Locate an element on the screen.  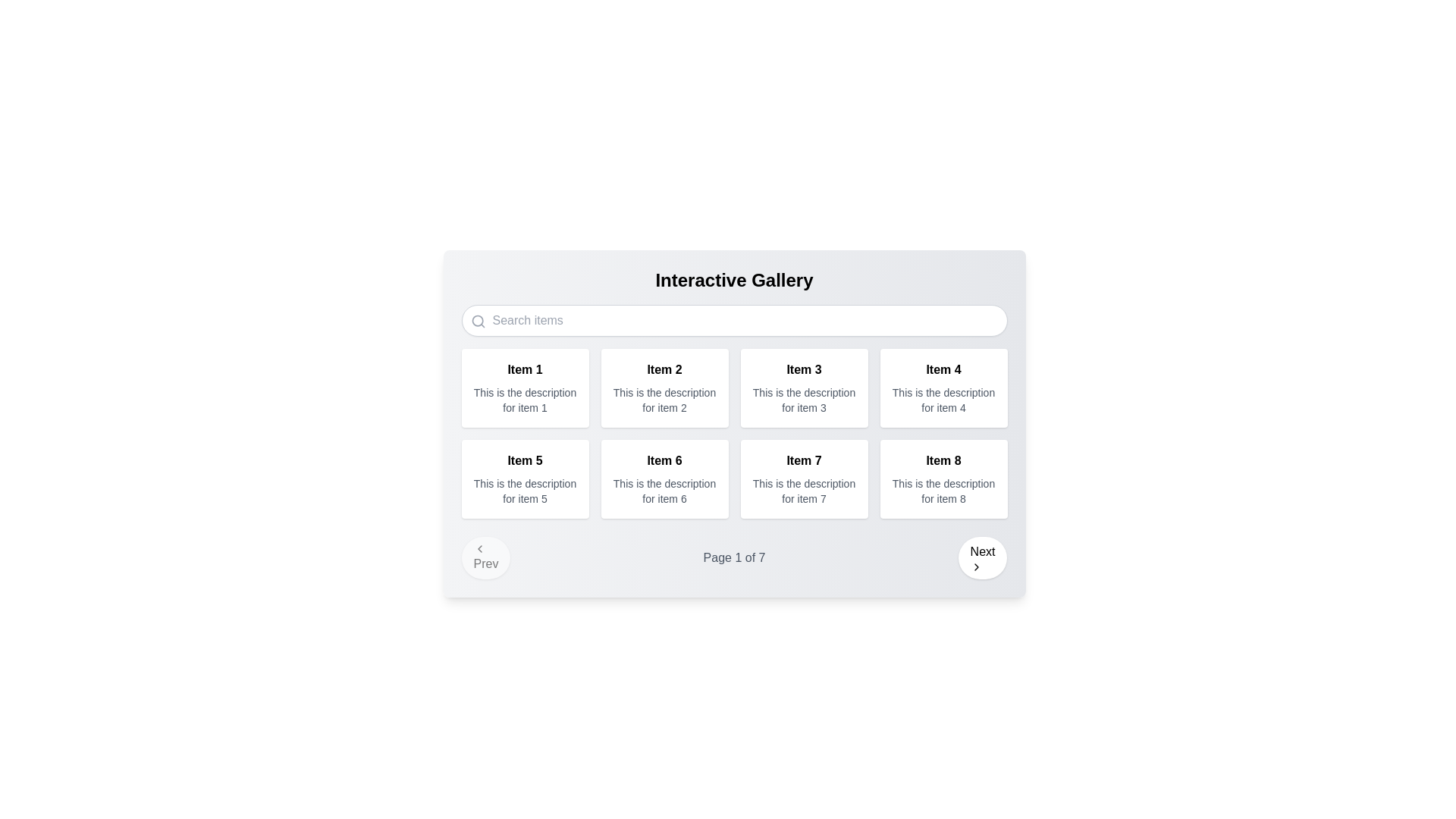
the circular icon component with a distinct border line located in the top-left corner of the search bar is located at coordinates (476, 320).